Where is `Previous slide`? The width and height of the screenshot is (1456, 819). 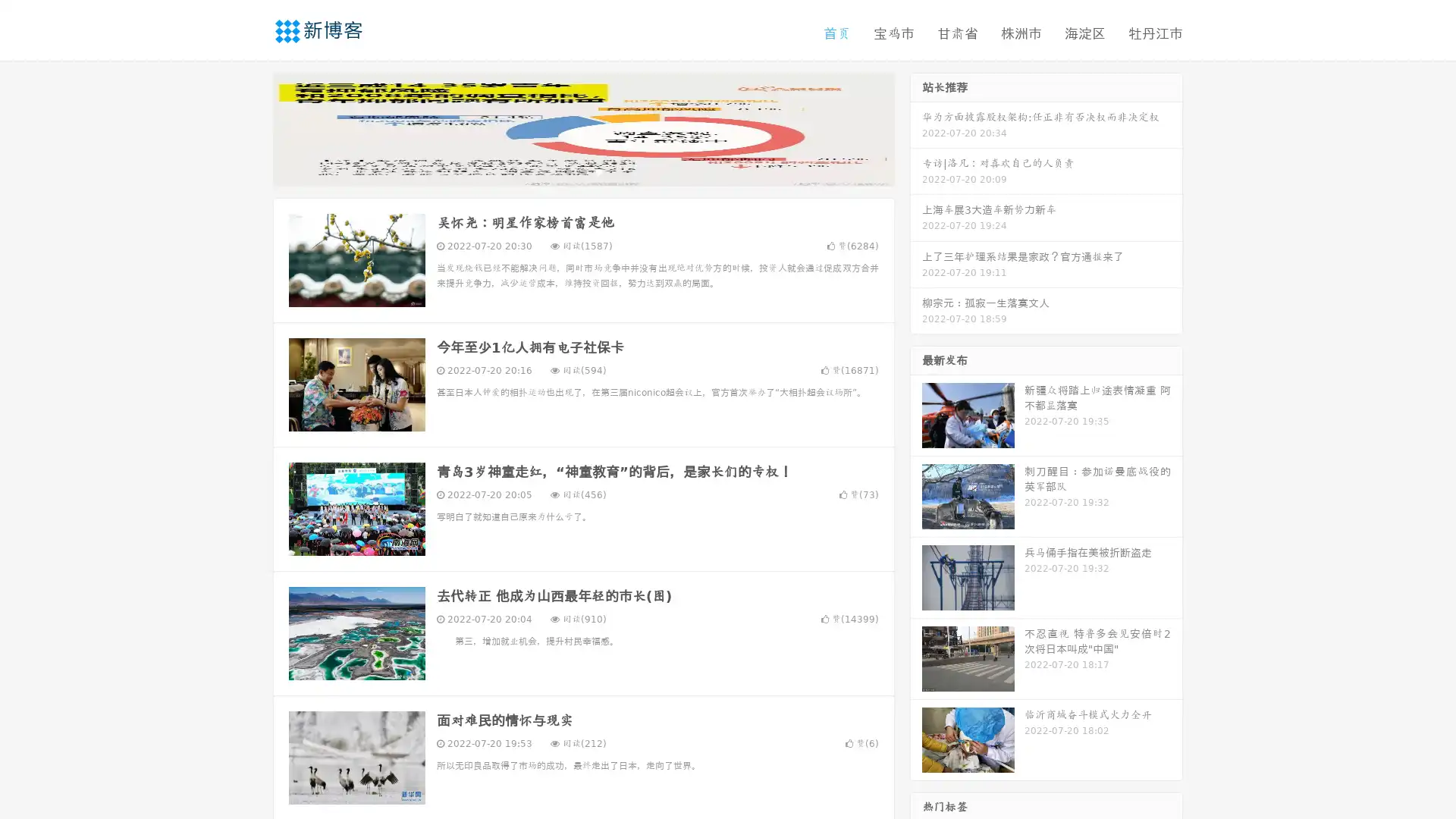
Previous slide is located at coordinates (250, 127).